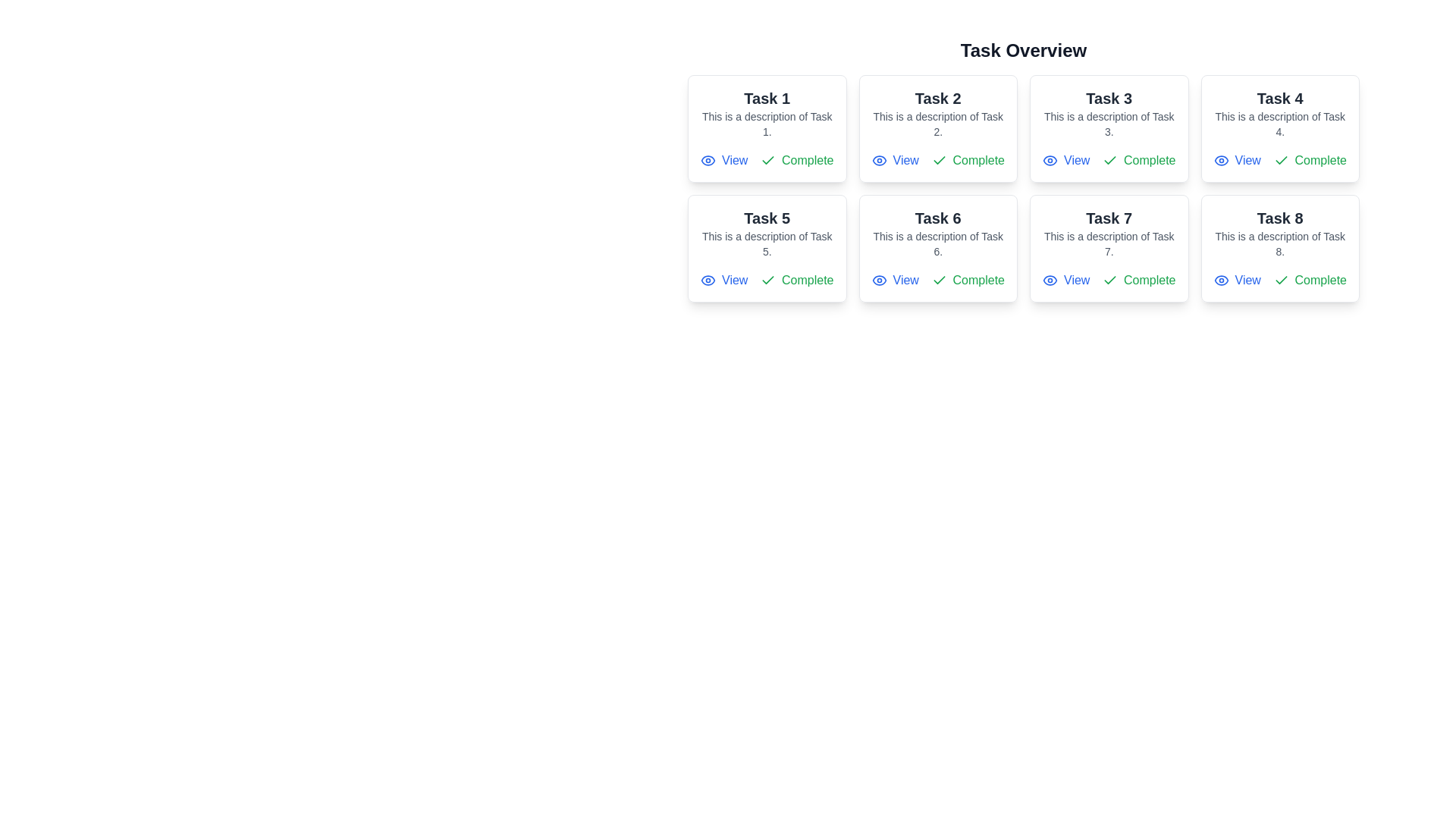 Image resolution: width=1456 pixels, height=819 pixels. Describe the element at coordinates (1280, 160) in the screenshot. I see `the status represented by the green checkmark icon located in the 'Task 4' card, positioned to the right of the 'Complete' text` at that location.